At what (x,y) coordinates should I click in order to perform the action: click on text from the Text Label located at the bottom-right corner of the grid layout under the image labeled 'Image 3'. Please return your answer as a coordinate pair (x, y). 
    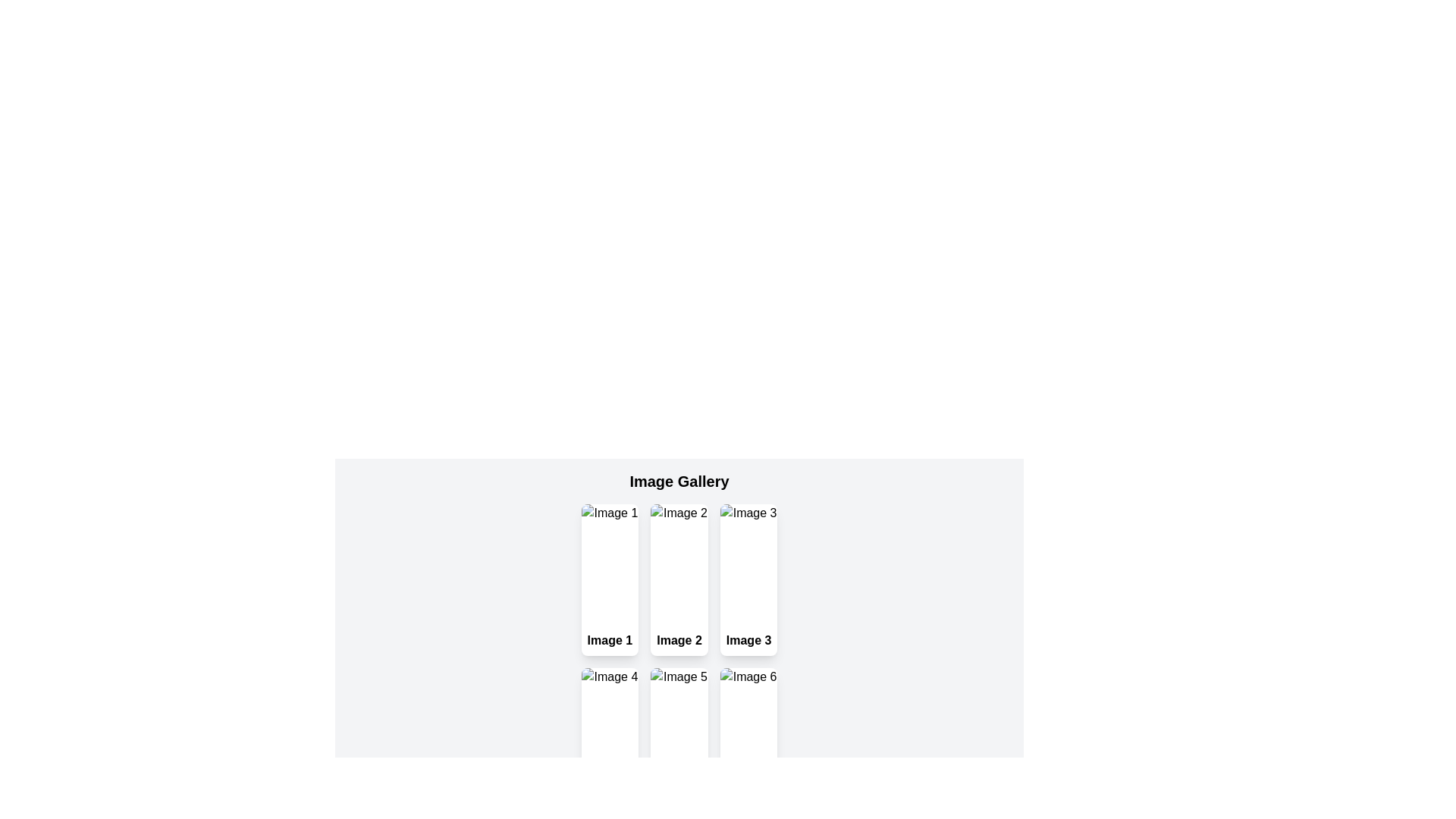
    Looking at the image, I should click on (748, 640).